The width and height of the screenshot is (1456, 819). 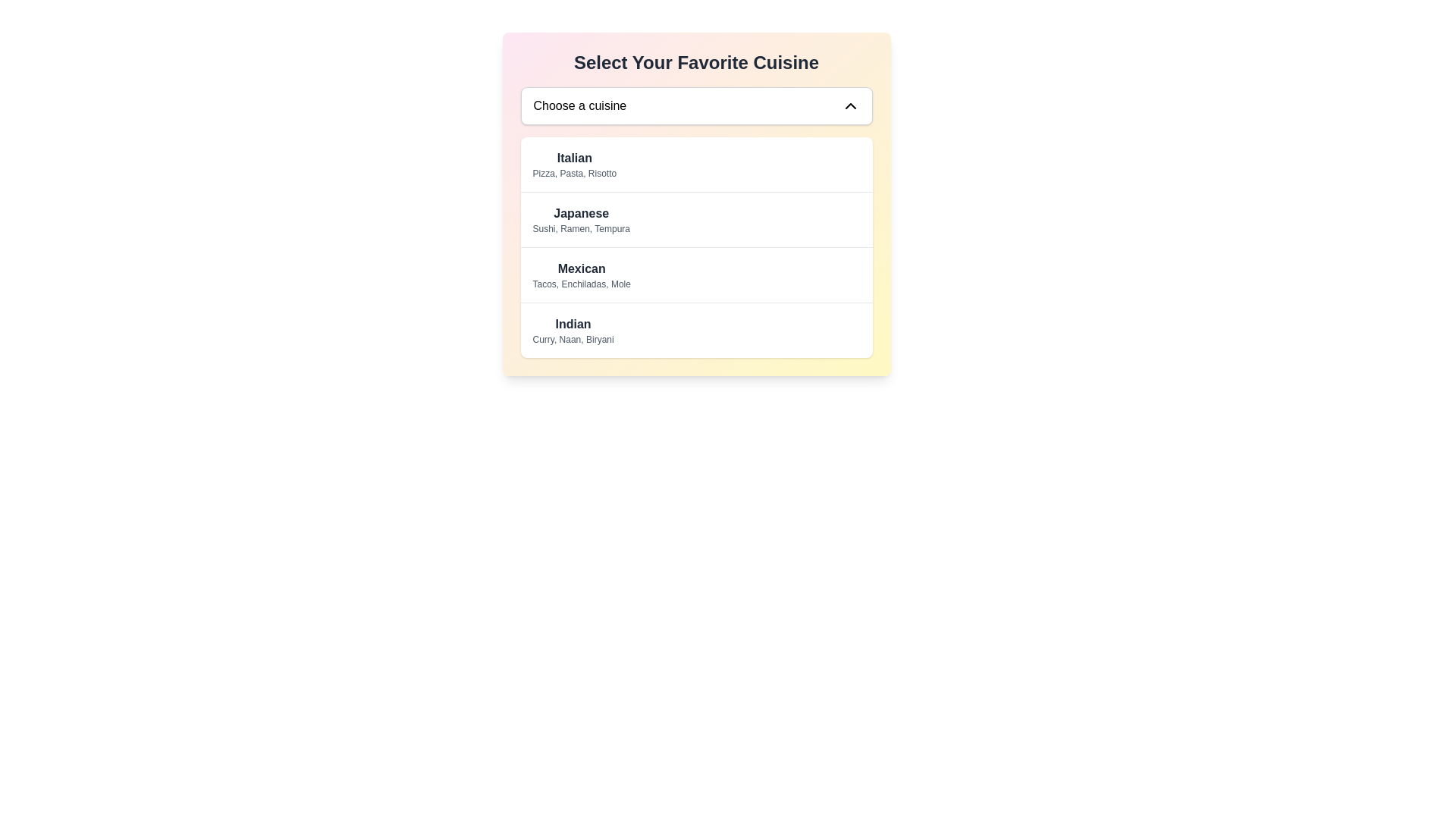 What do you see at coordinates (573, 158) in the screenshot?
I see `the 'Italian' cuisine label in the dropdown menu that identifies the category of Italian cuisine` at bounding box center [573, 158].